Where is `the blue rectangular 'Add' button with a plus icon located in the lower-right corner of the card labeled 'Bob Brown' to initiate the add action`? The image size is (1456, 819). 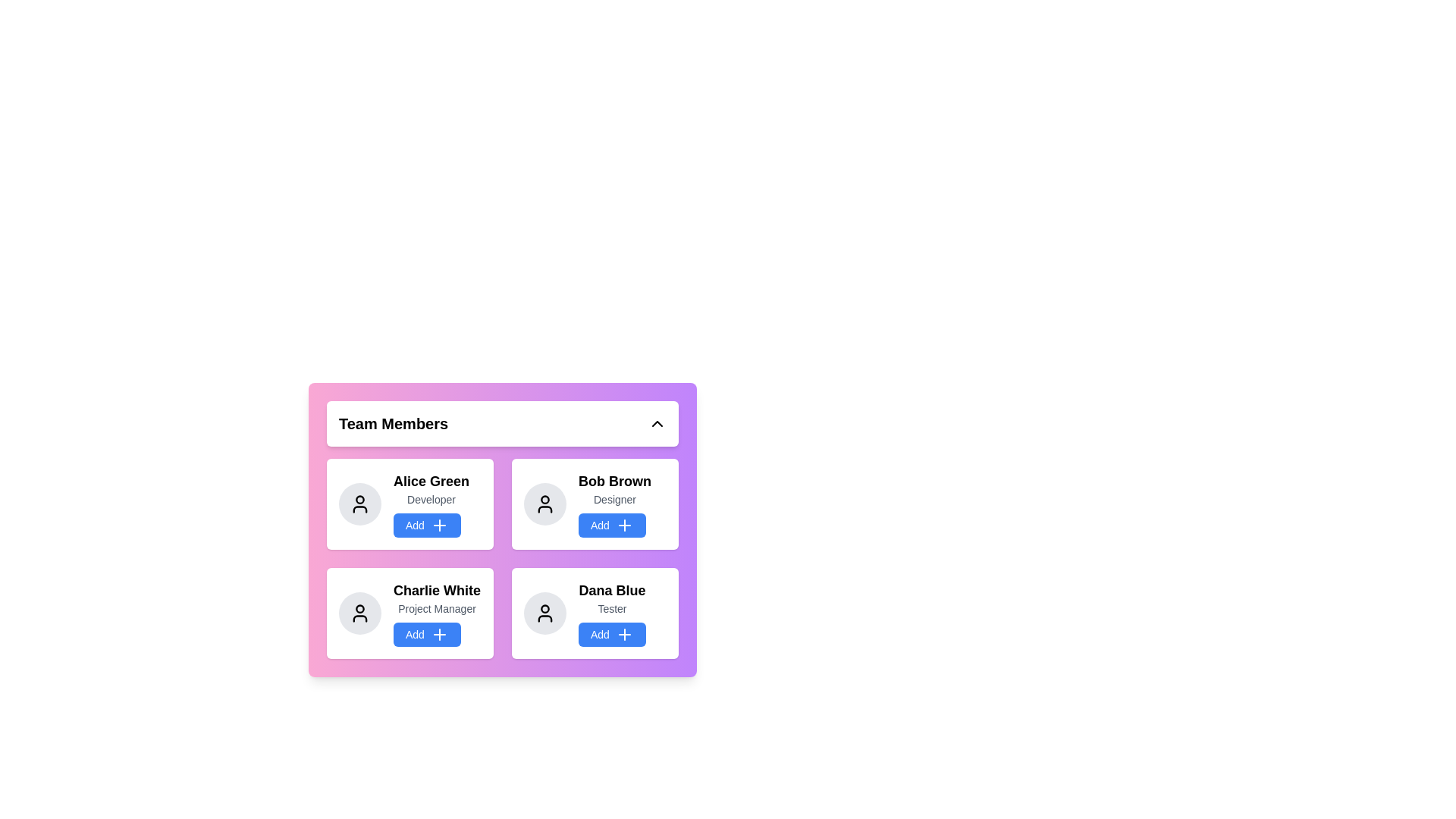 the blue rectangular 'Add' button with a plus icon located in the lower-right corner of the card labeled 'Bob Brown' to initiate the add action is located at coordinates (624, 525).